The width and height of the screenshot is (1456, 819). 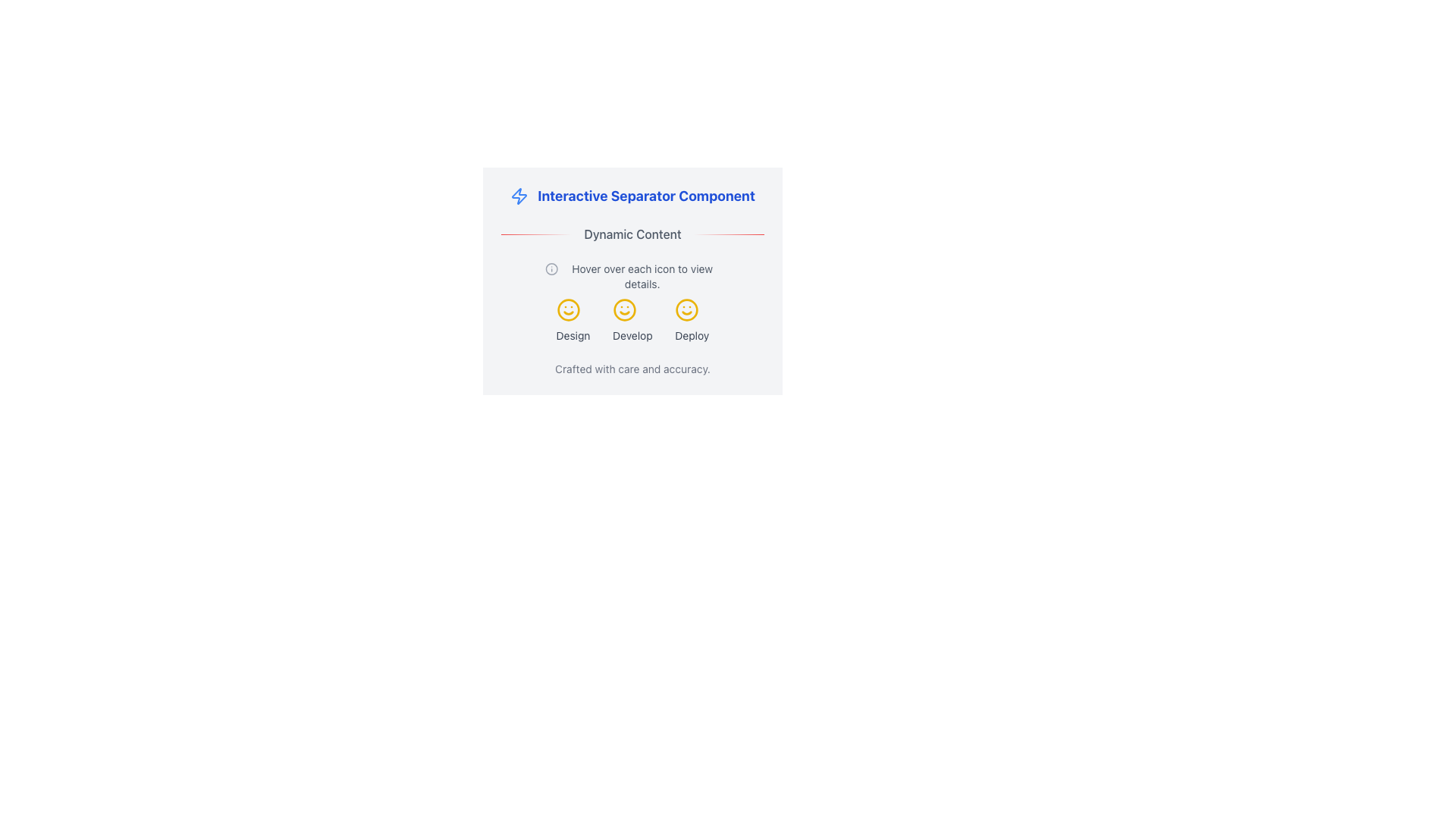 I want to click on the 'Design' icon with text label, so click(x=573, y=320).